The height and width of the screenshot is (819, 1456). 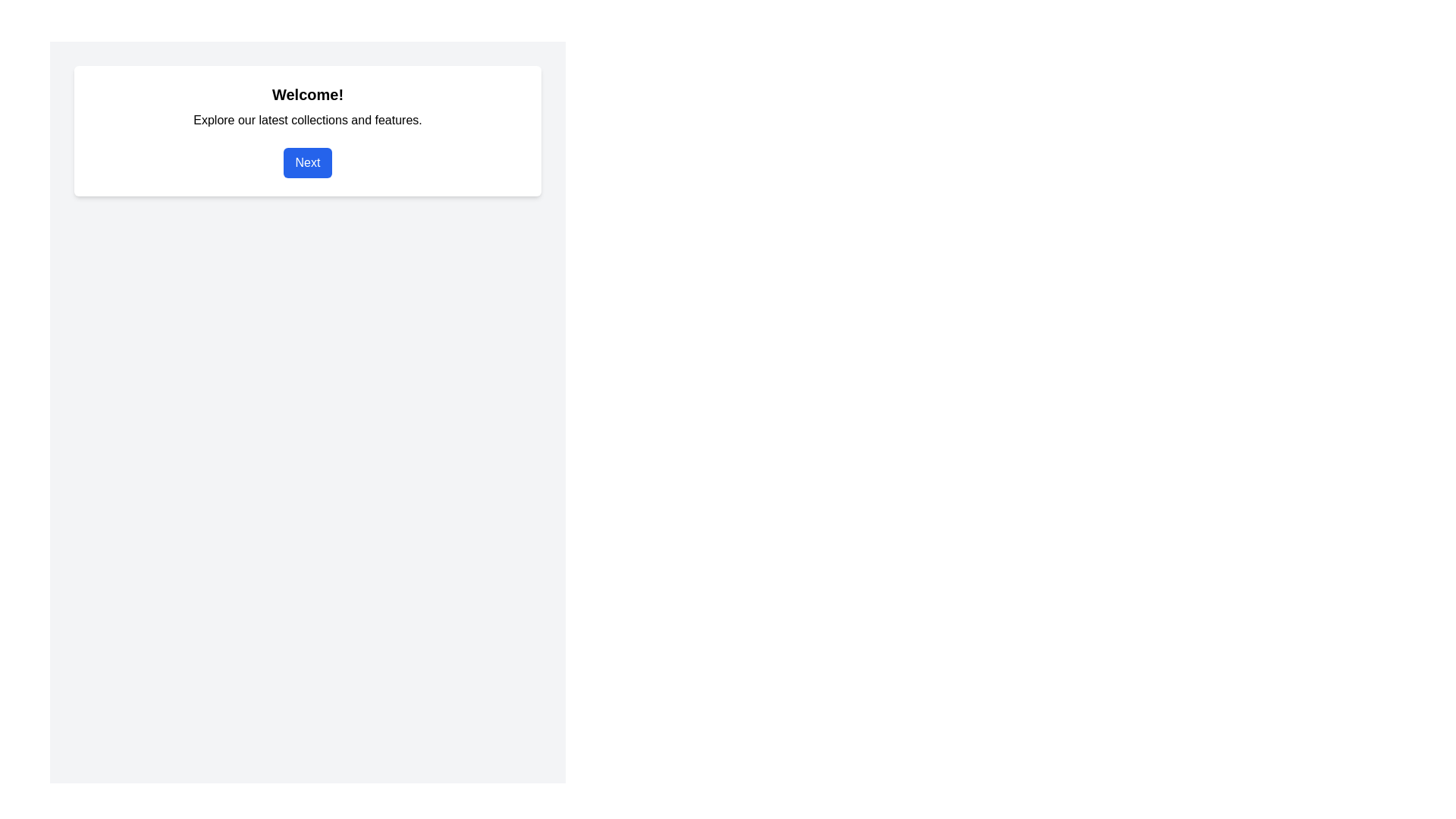 I want to click on the rectangular 'Next' button with white text on a blue background, which is the second button in a horizontal stack, so click(x=307, y=163).